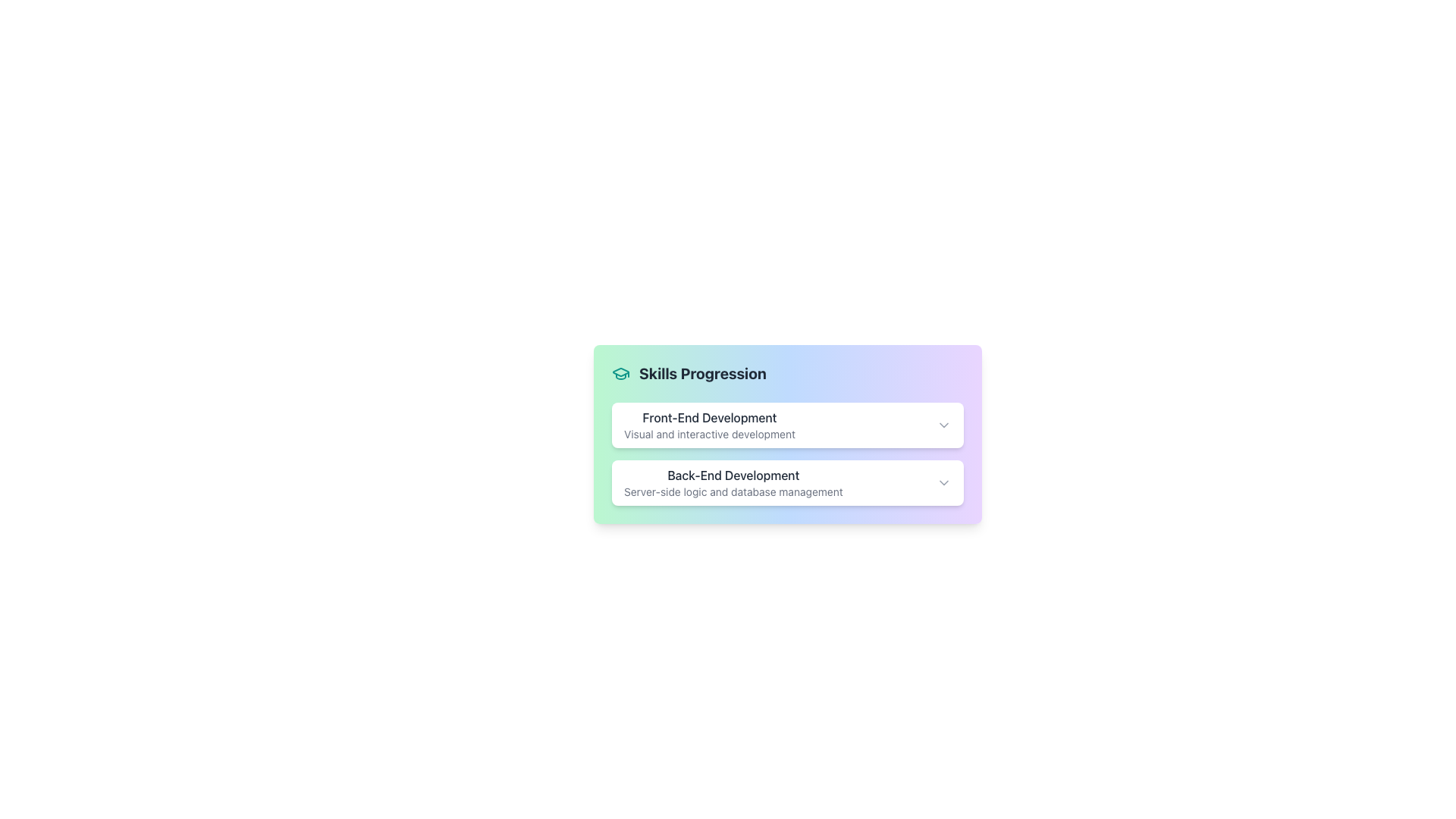  Describe the element at coordinates (701, 374) in the screenshot. I see `text from the 'Skills Progression' text block, which is a bold and large gray font element located to the right of a graduation cap icon` at that location.